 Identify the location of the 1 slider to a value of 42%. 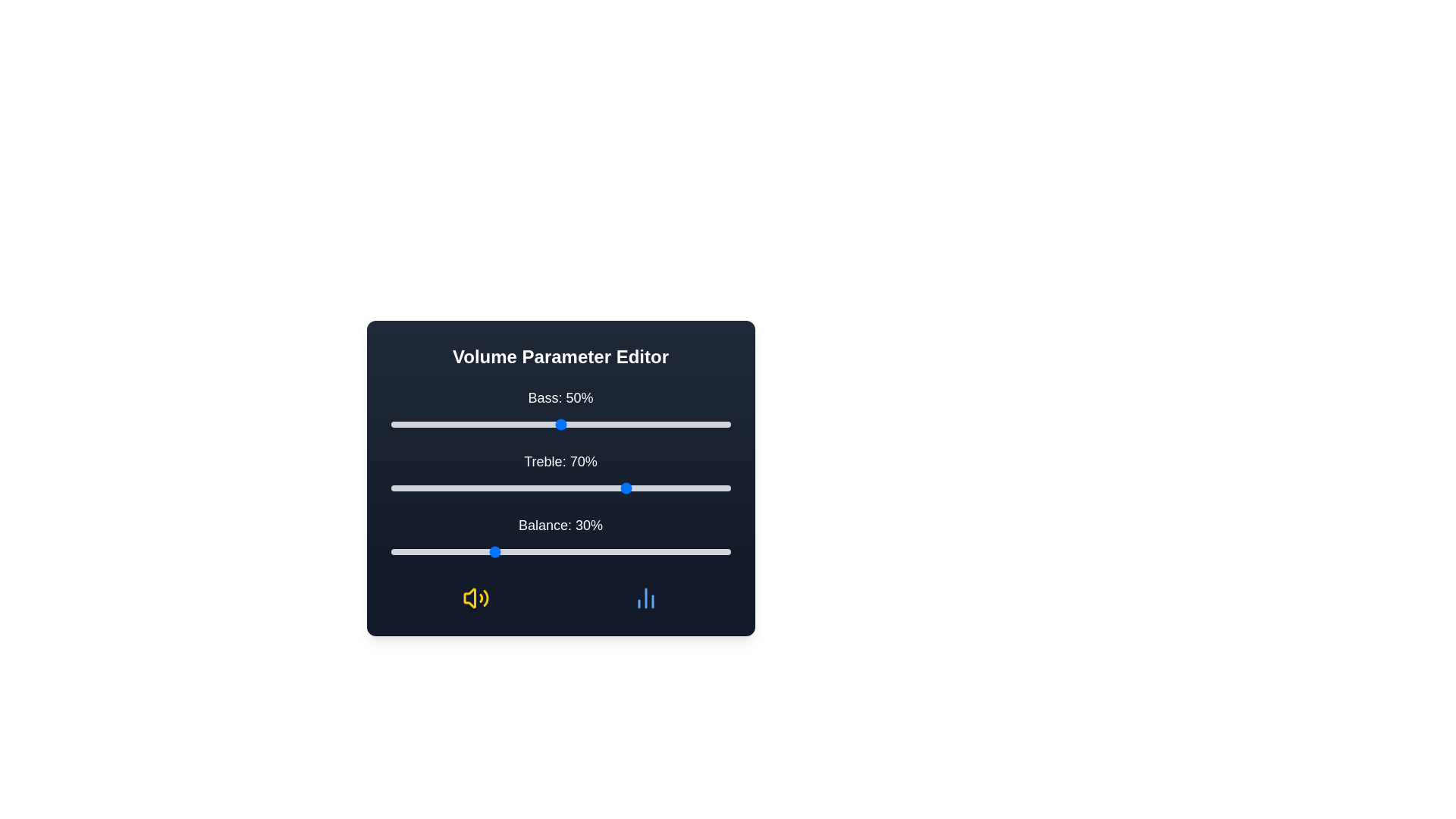
(533, 488).